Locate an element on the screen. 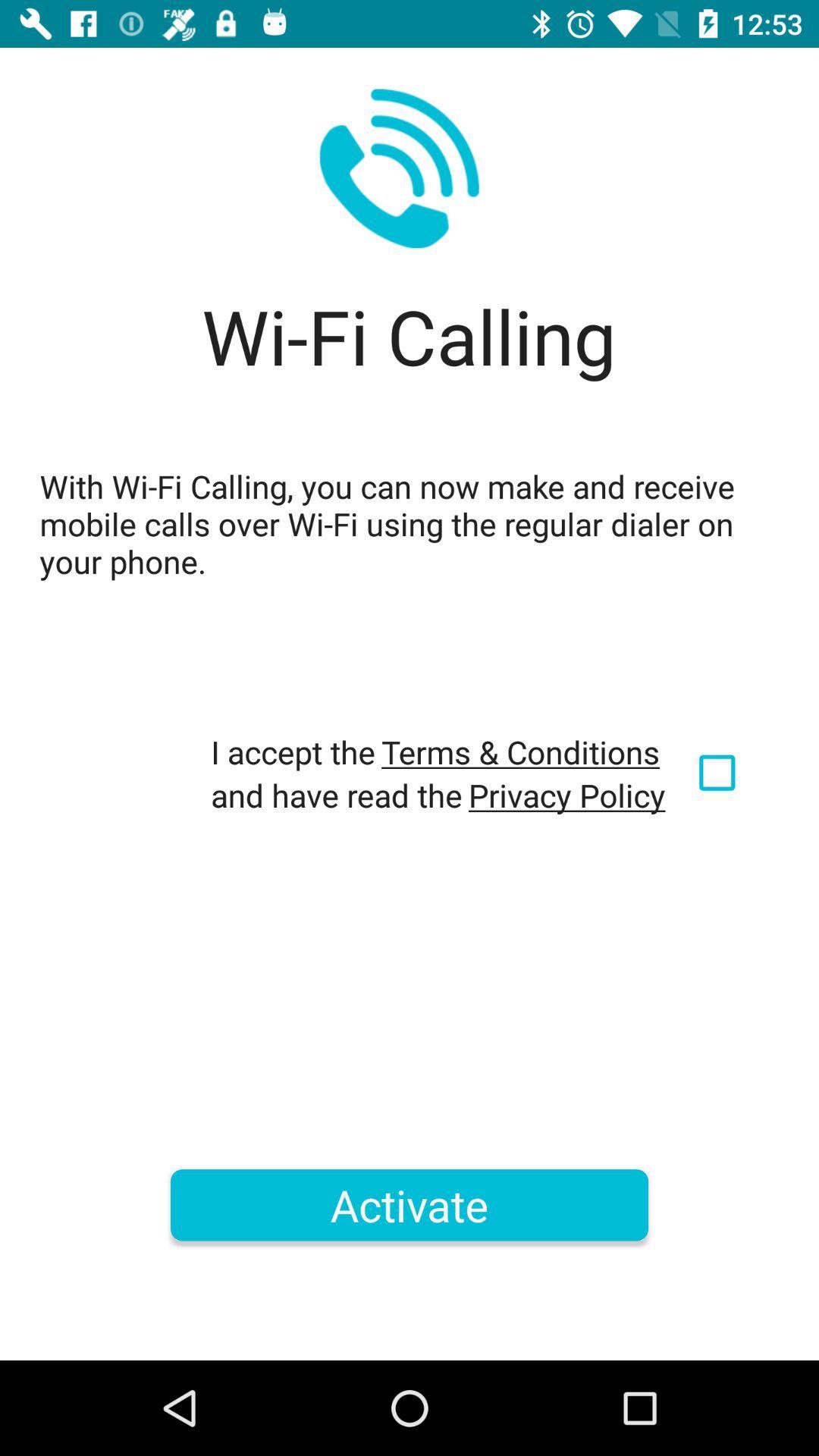 This screenshot has height=1456, width=819. the item above activate button is located at coordinates (566, 794).